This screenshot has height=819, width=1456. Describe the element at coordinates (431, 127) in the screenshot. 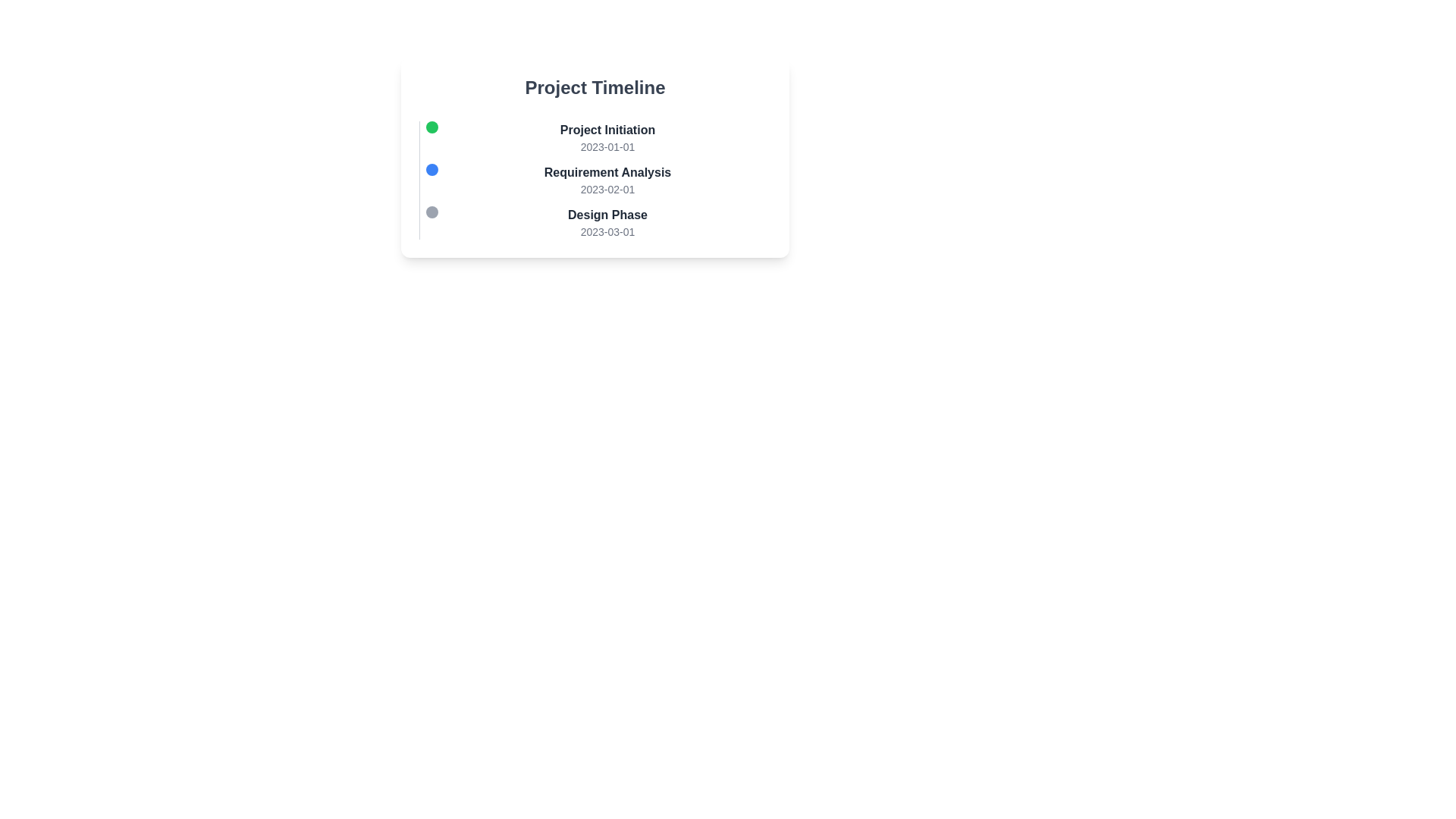

I see `the green colored circle icon that marks the 'Project Initiation' event in the timeline` at that location.